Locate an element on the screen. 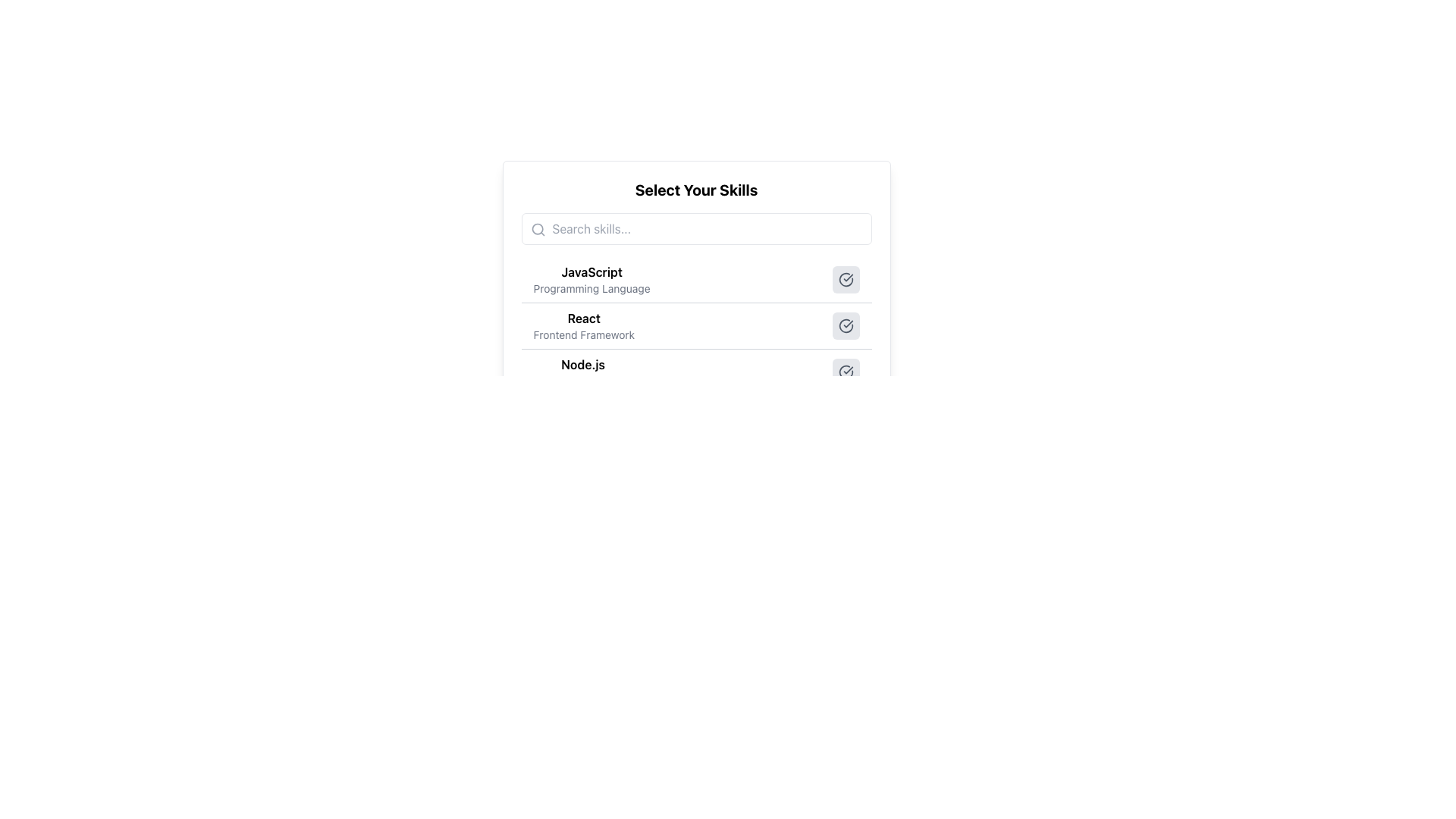  the 'Node.js' text label, which is displayed in bold and larger font size than 'Backend Framework', located as the first line of text in the third item of a vertically arranged list is located at coordinates (582, 365).